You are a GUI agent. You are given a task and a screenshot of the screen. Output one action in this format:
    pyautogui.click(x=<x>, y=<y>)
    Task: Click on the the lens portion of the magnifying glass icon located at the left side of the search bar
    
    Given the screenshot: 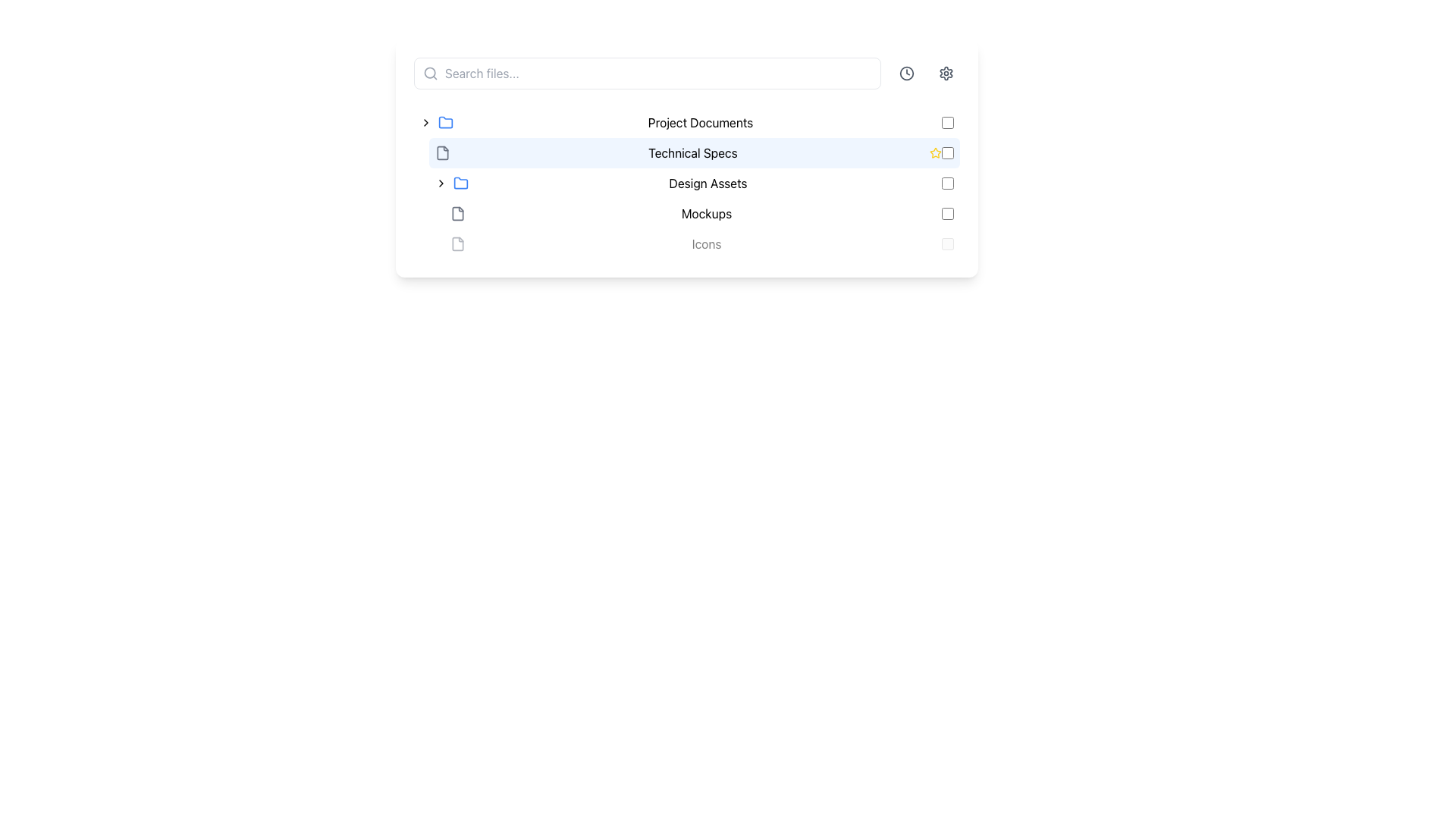 What is the action you would take?
    pyautogui.click(x=429, y=73)
    